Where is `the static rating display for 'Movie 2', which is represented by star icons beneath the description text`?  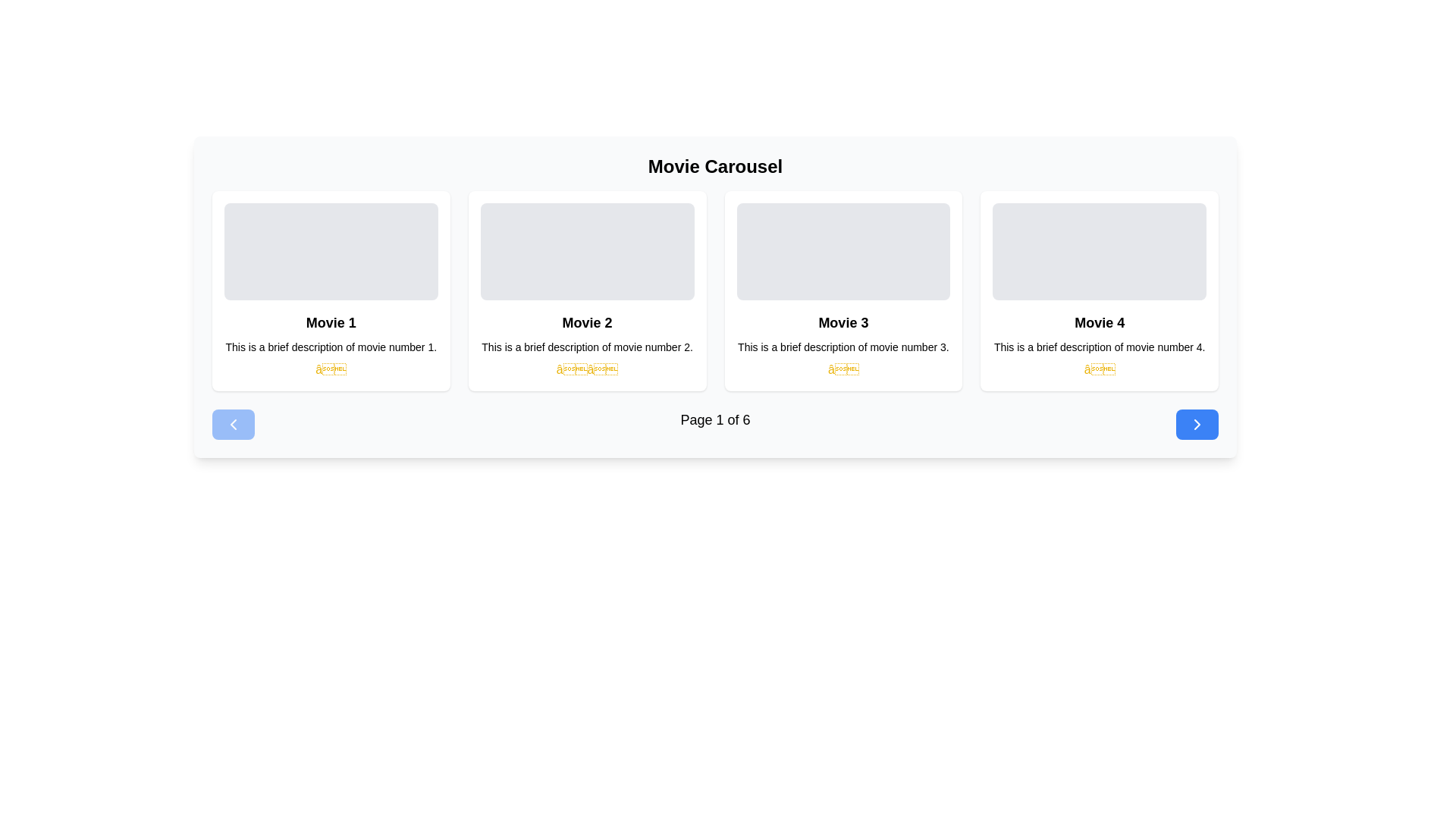
the static rating display for 'Movie 2', which is represented by star icons beneath the description text is located at coordinates (586, 370).